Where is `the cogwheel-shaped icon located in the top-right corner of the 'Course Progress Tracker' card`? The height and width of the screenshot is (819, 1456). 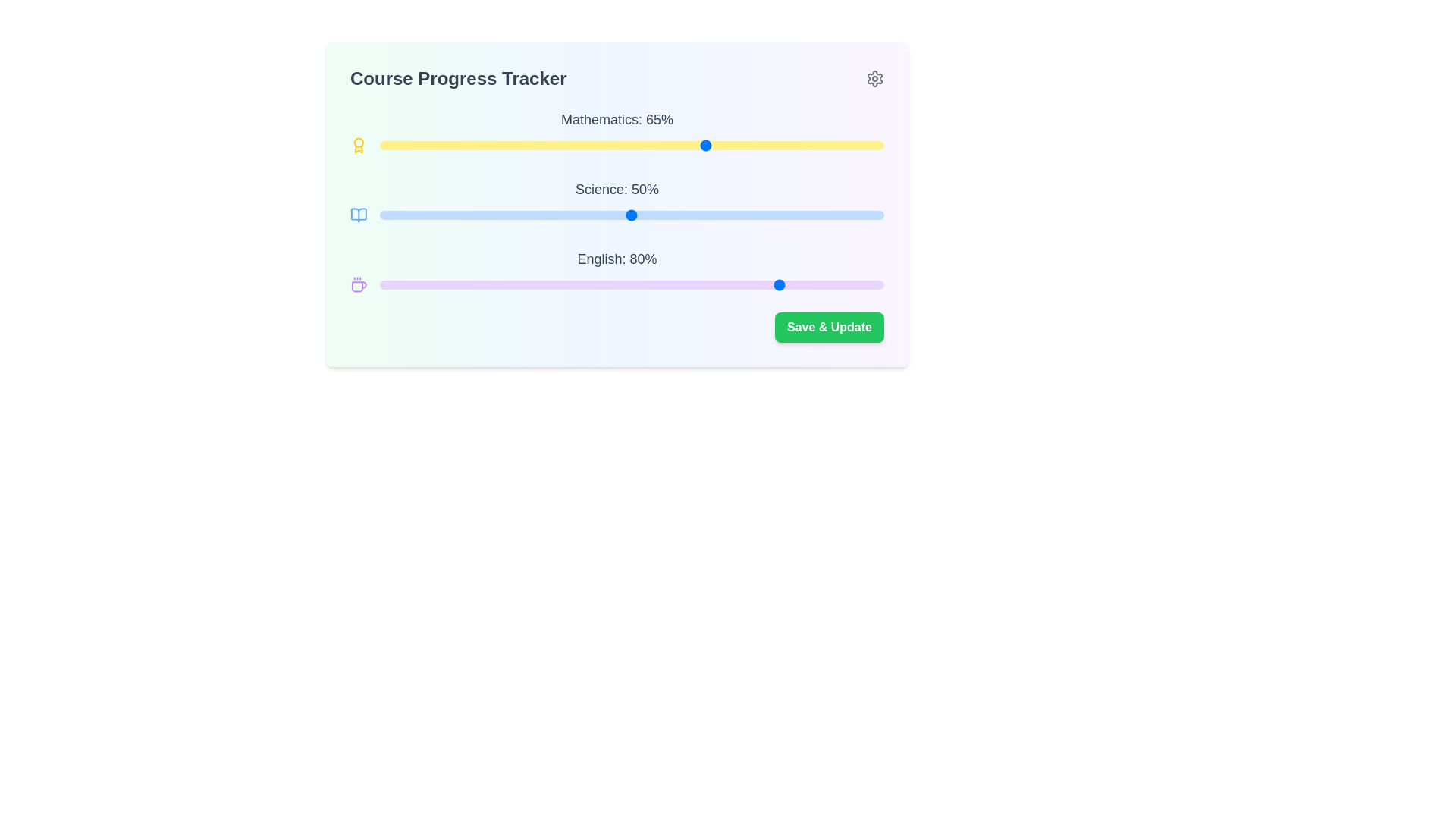
the cogwheel-shaped icon located in the top-right corner of the 'Course Progress Tracker' card is located at coordinates (874, 79).